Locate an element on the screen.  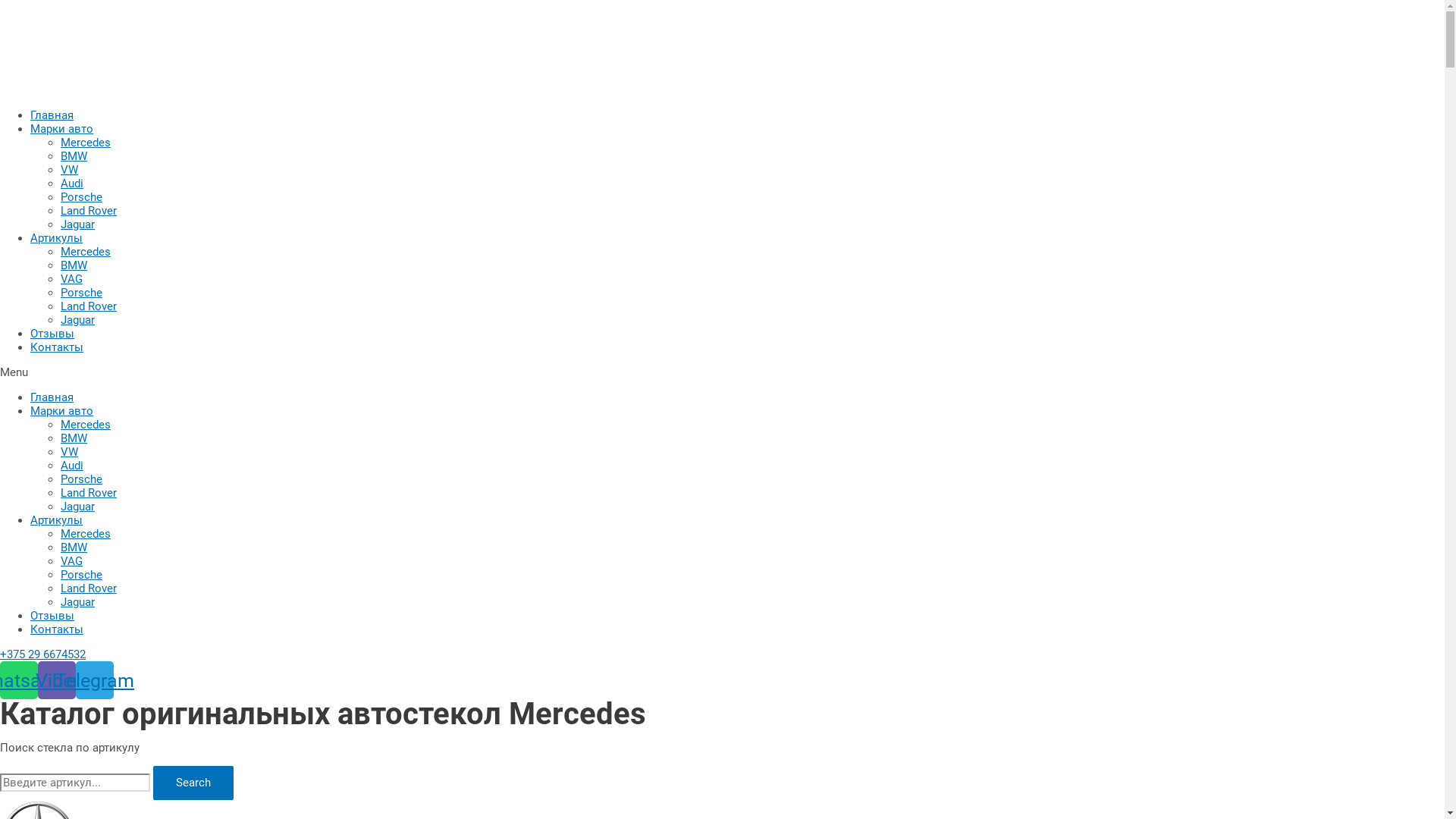
'Jaguar' is located at coordinates (77, 318).